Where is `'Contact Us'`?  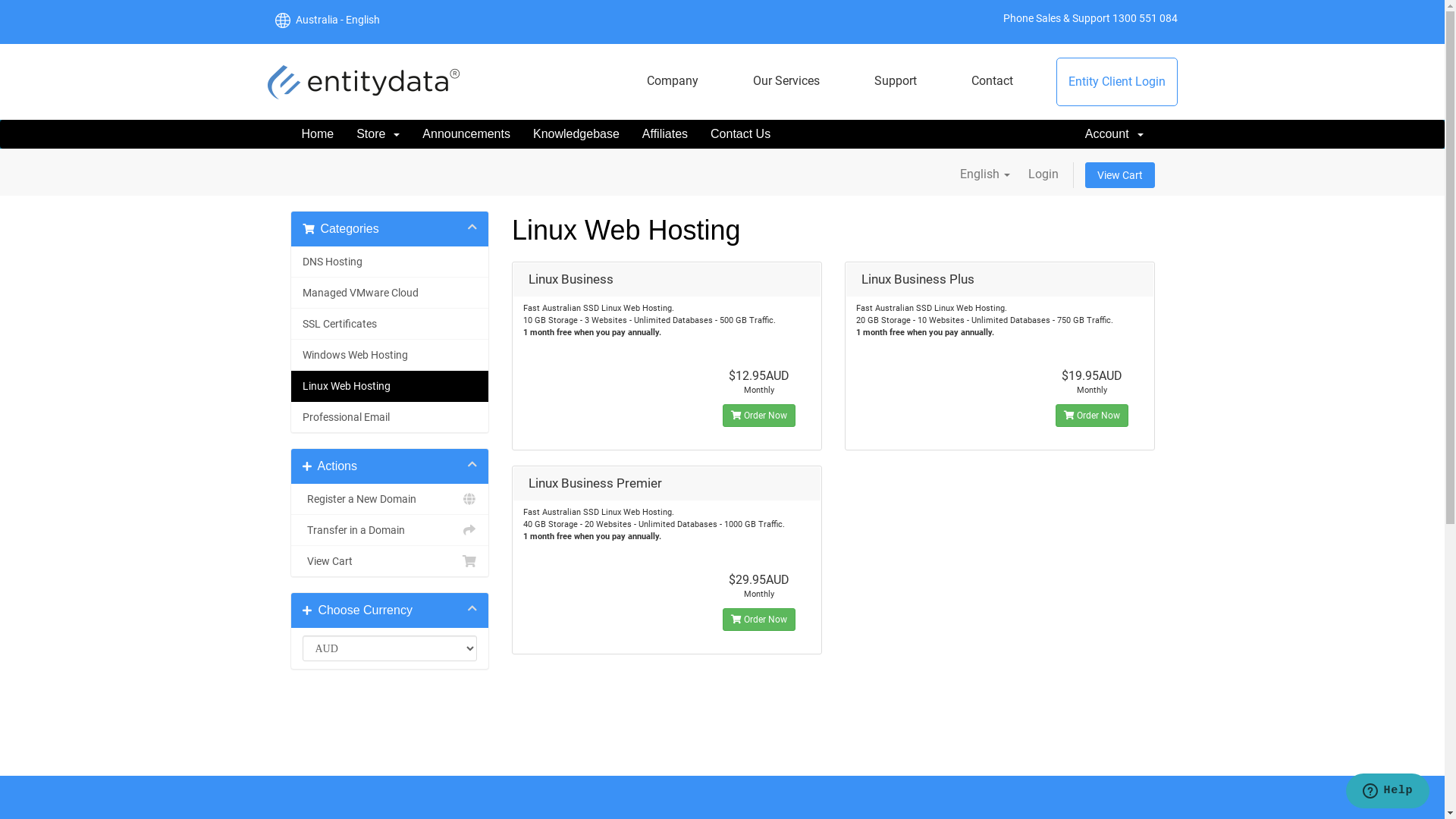
'Contact Us' is located at coordinates (740, 133).